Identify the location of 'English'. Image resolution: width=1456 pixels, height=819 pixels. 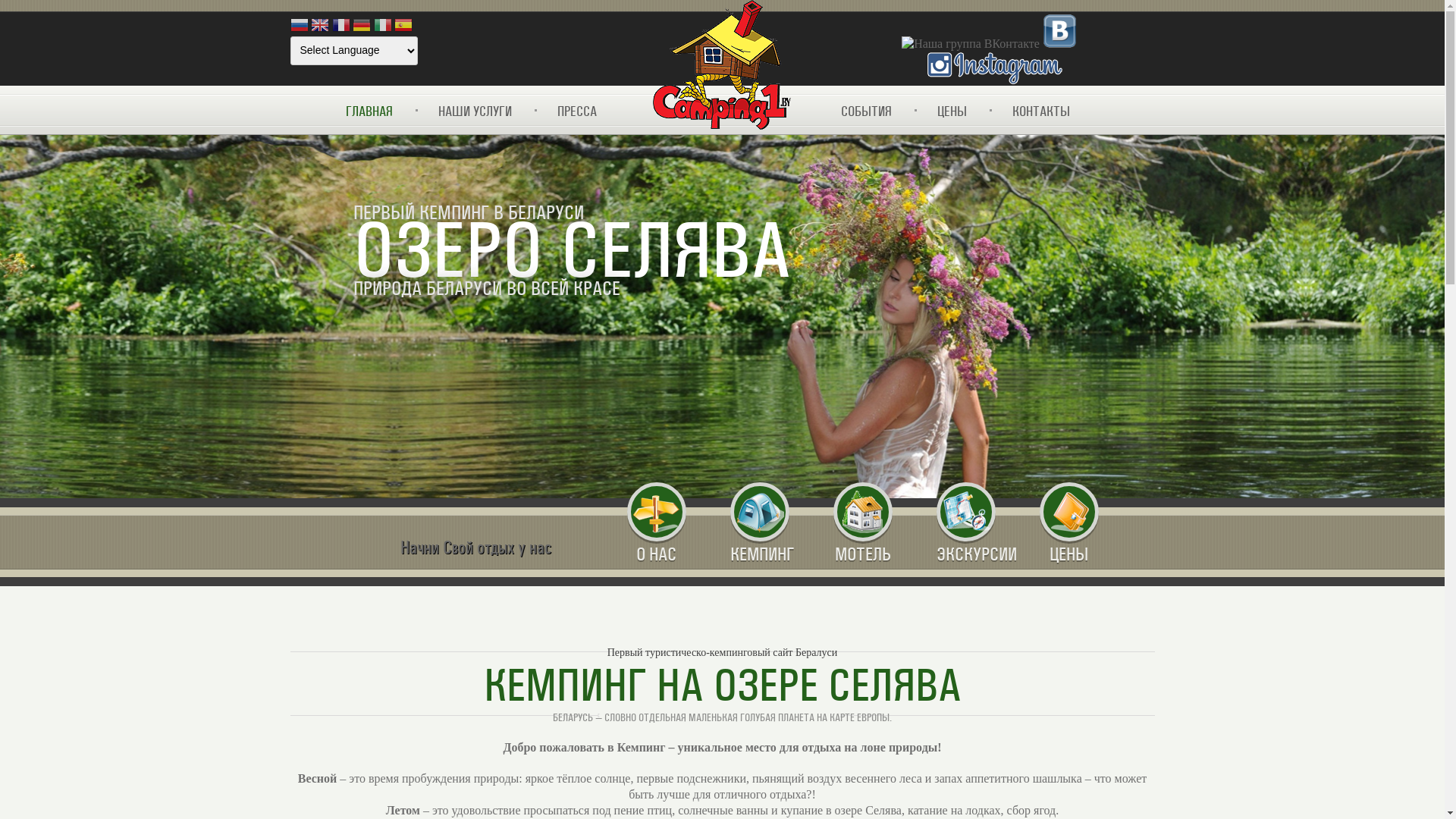
(319, 26).